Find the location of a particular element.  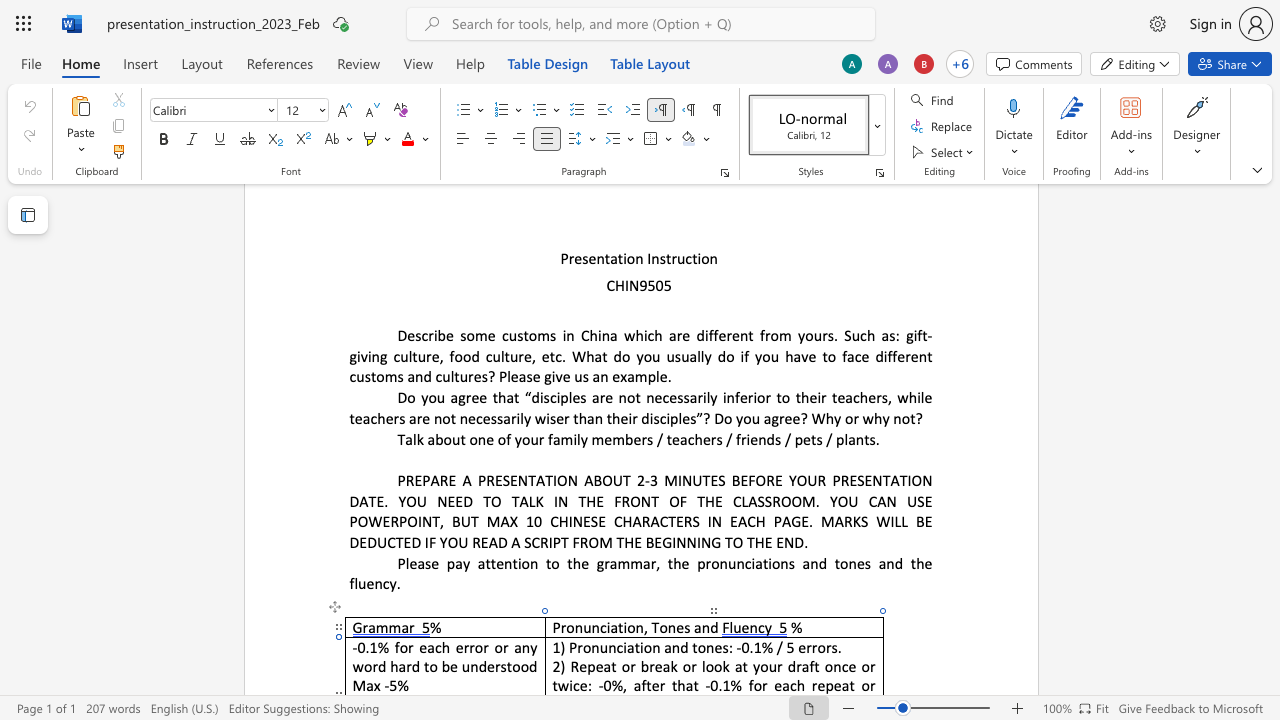

the space between the continuous character "r" and "s" in the text is located at coordinates (831, 647).